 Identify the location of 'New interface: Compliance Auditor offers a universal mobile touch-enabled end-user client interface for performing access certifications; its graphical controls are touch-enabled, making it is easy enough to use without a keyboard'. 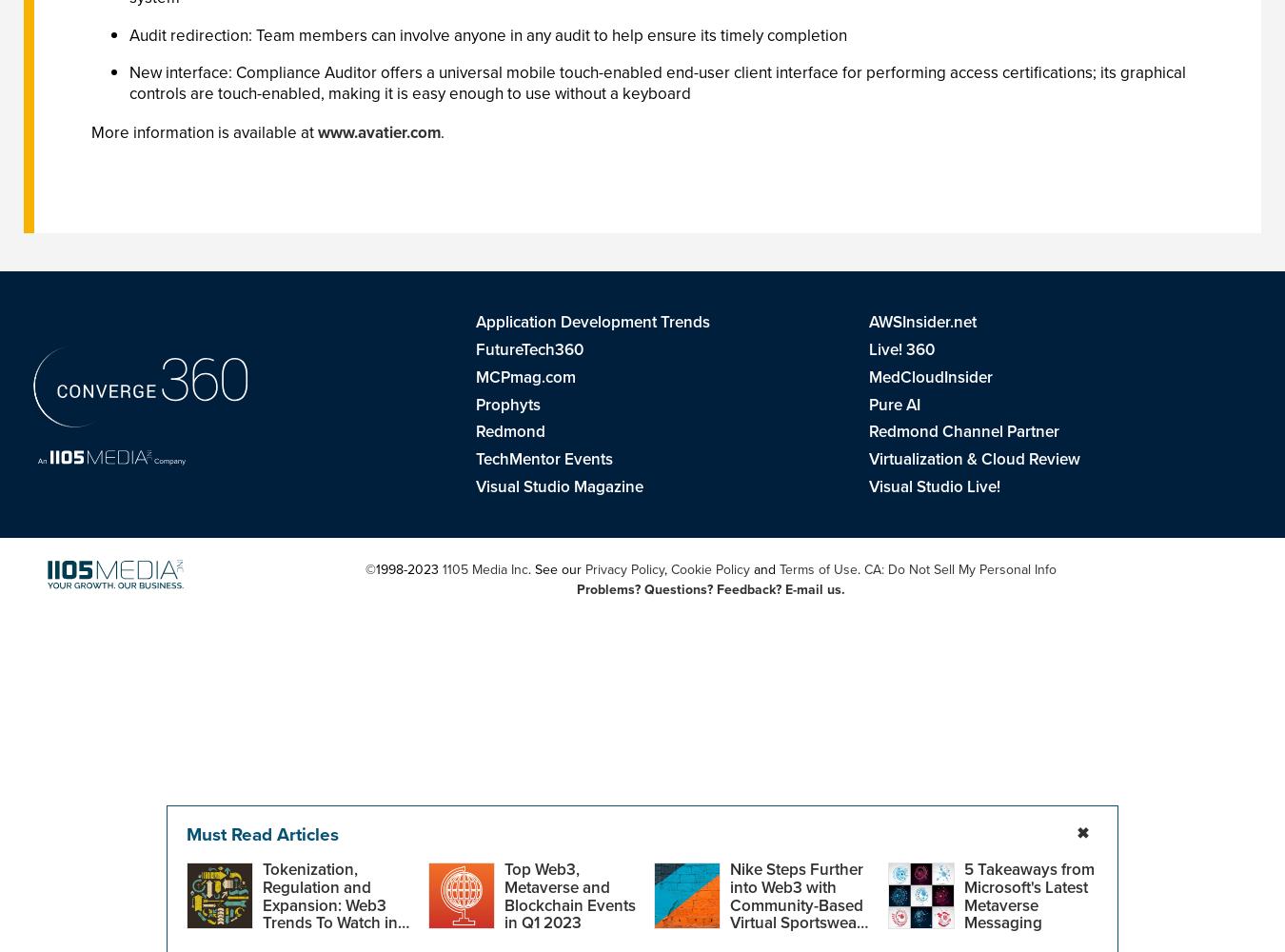
(657, 81).